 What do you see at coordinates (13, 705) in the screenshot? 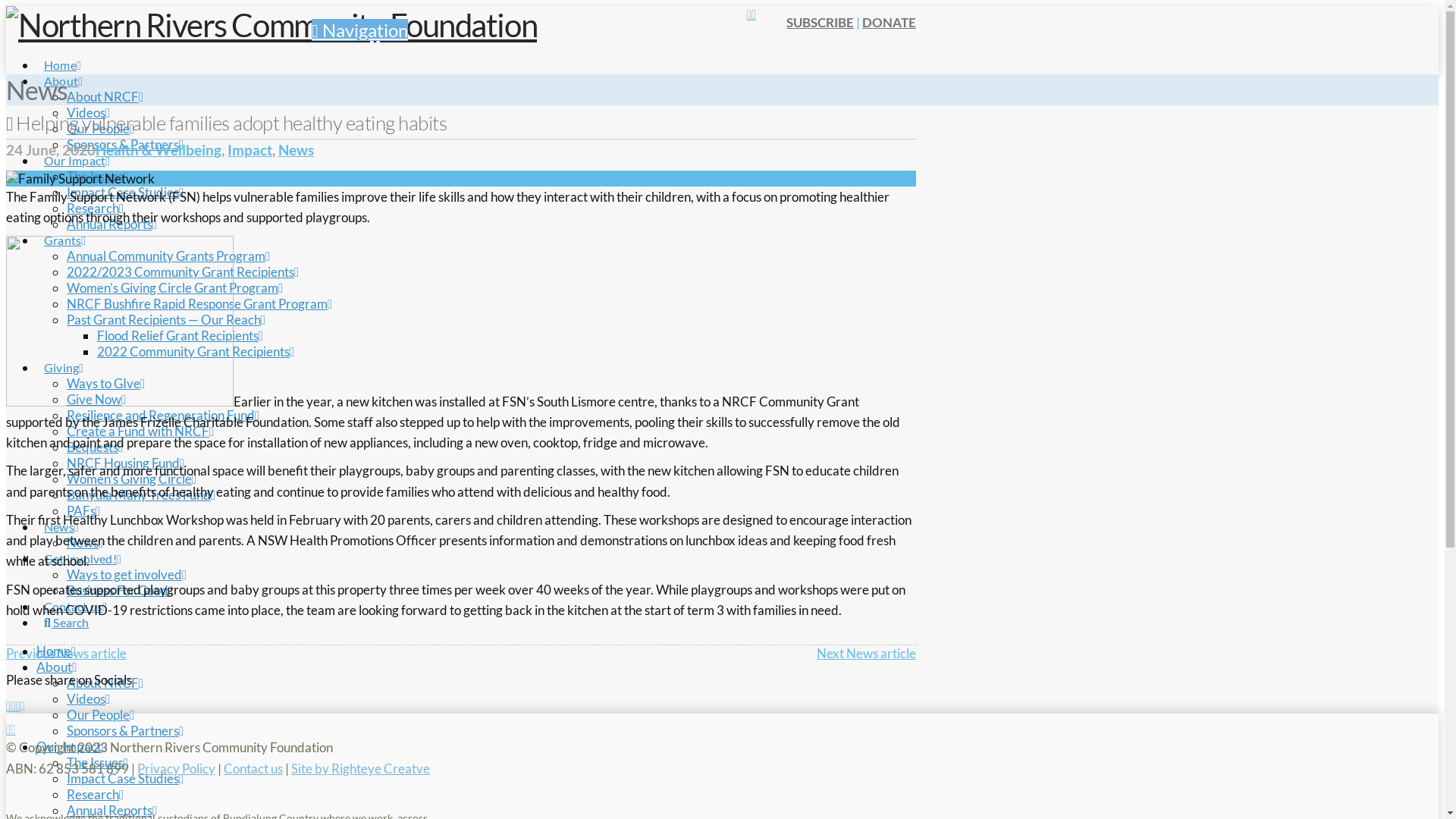
I see `'Share on Twitter'` at bounding box center [13, 705].